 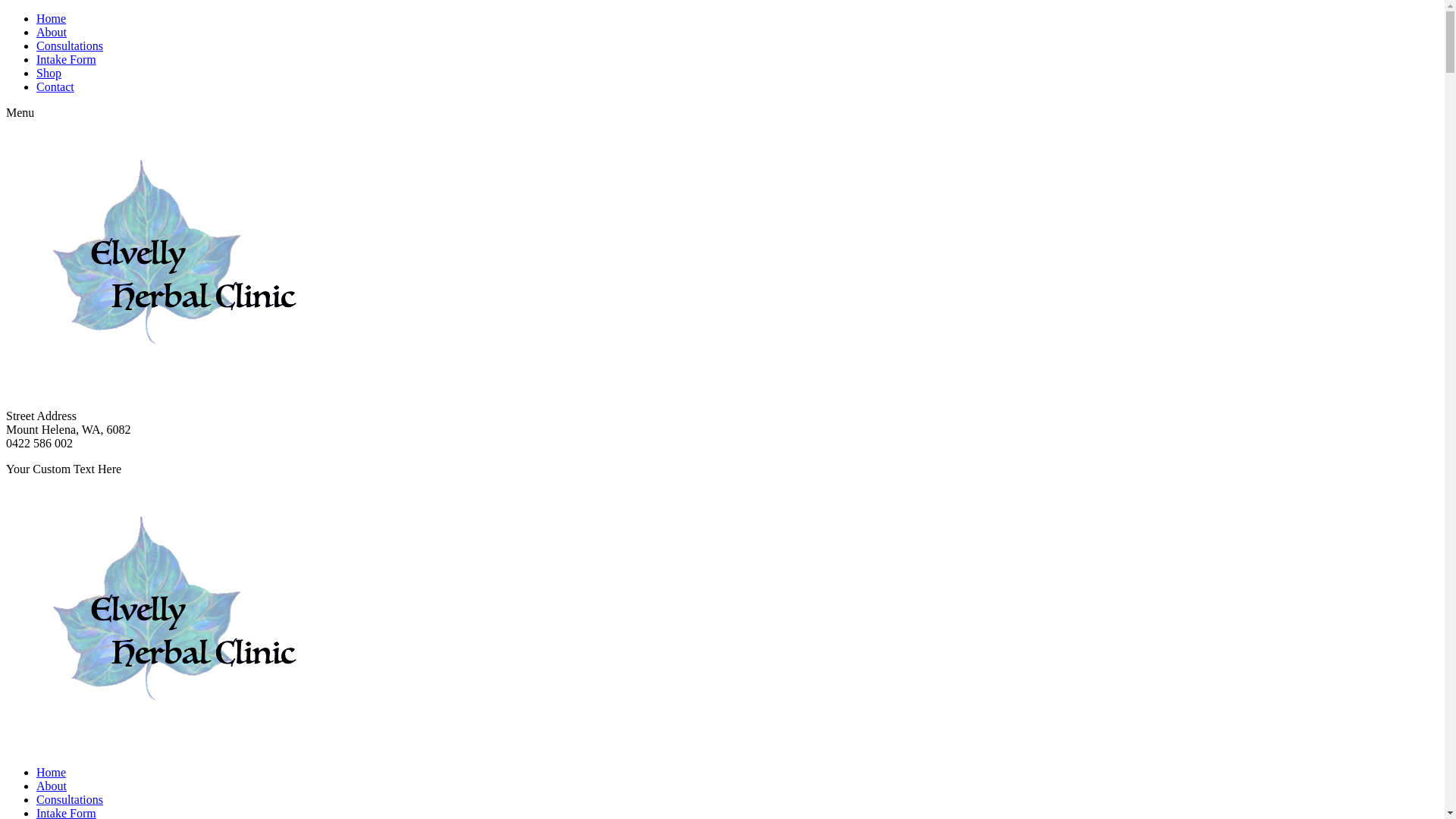 What do you see at coordinates (65, 58) in the screenshot?
I see `'Intake Form'` at bounding box center [65, 58].